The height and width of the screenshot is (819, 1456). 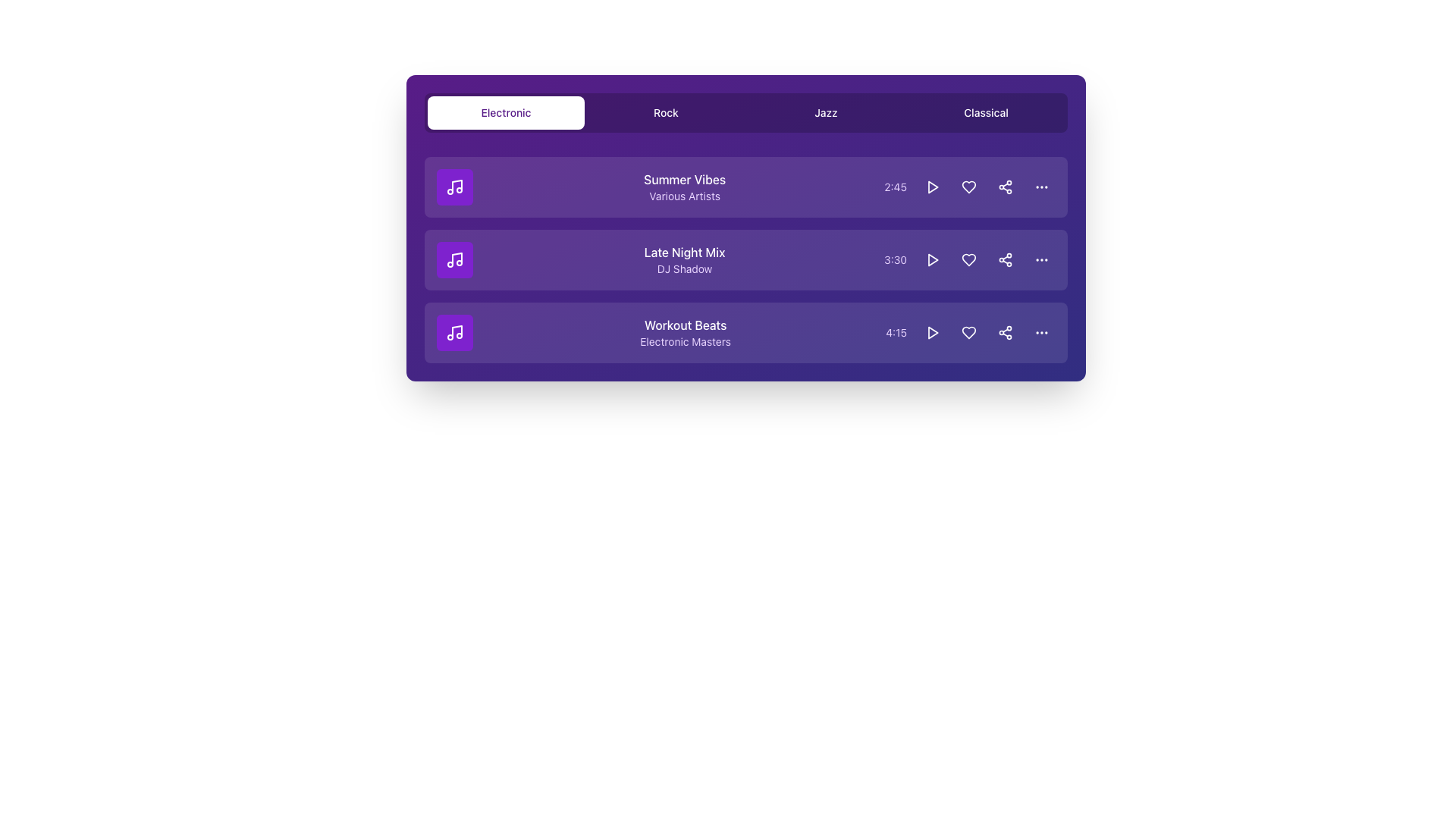 What do you see at coordinates (1040, 186) in the screenshot?
I see `the ellipsis menu icon on the right side of the music track row` at bounding box center [1040, 186].